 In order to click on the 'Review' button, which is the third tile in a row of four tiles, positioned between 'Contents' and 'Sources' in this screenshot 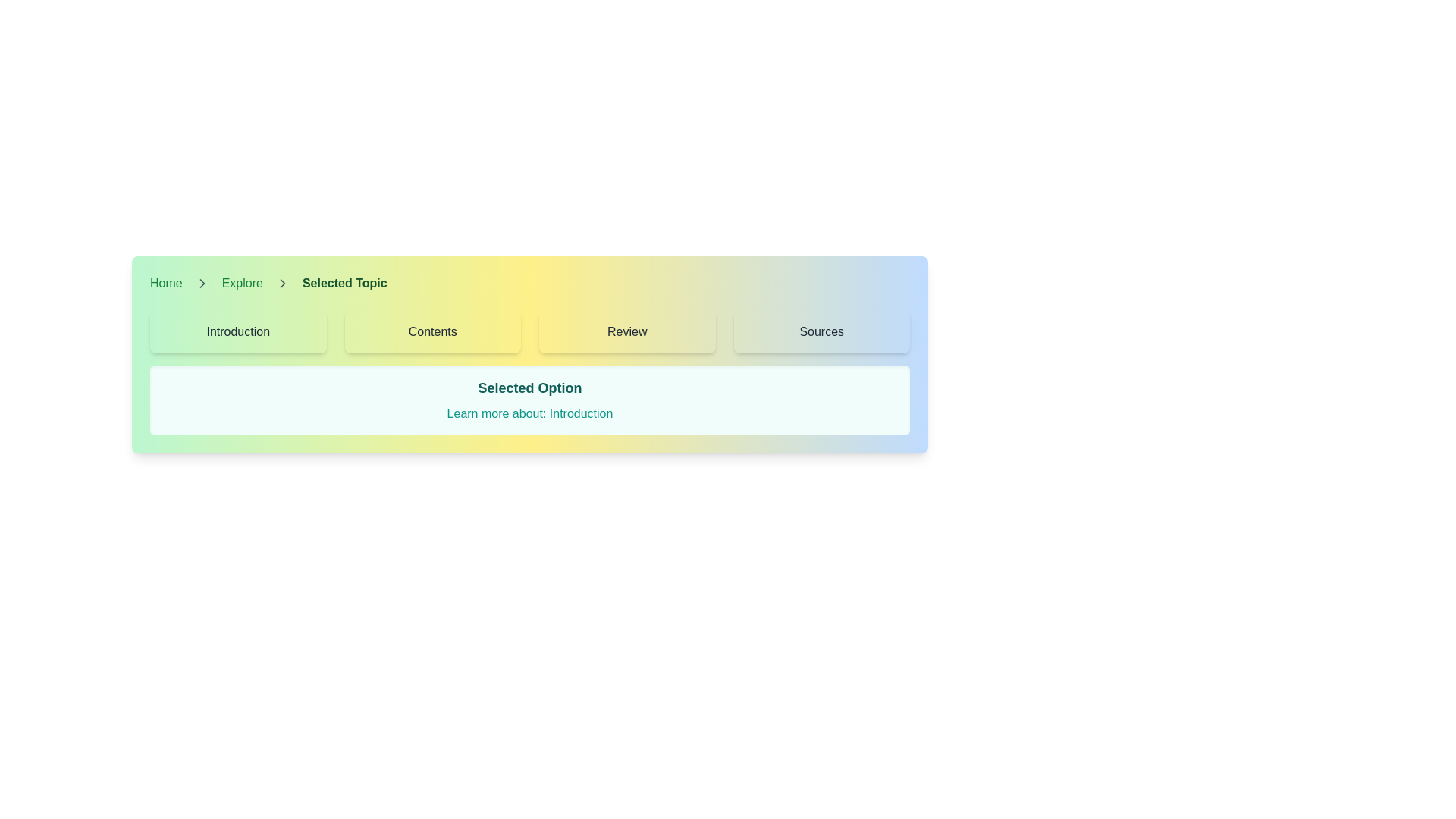, I will do `click(627, 331)`.